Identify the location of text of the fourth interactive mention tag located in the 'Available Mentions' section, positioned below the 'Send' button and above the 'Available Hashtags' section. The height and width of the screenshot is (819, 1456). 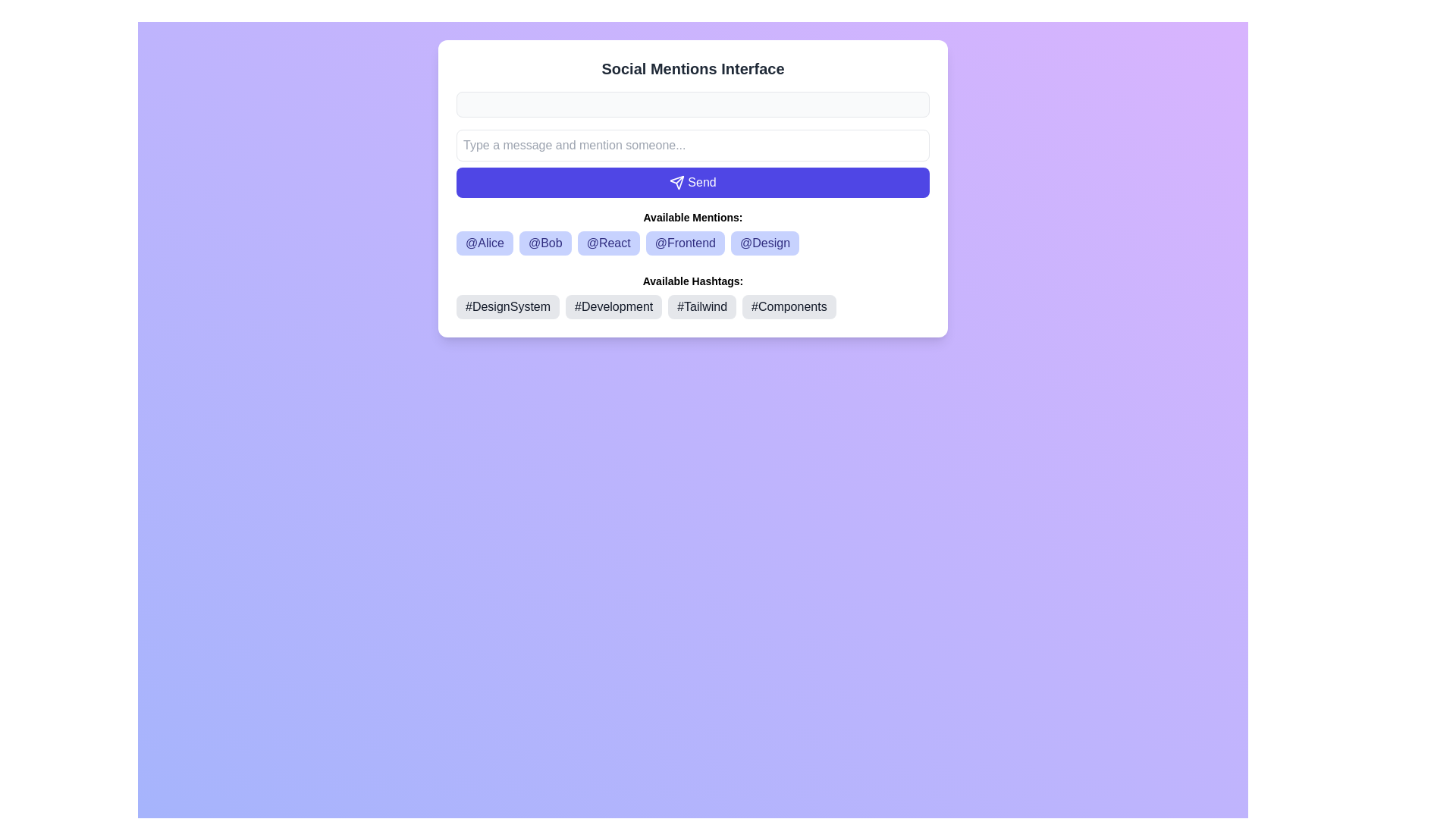
(692, 242).